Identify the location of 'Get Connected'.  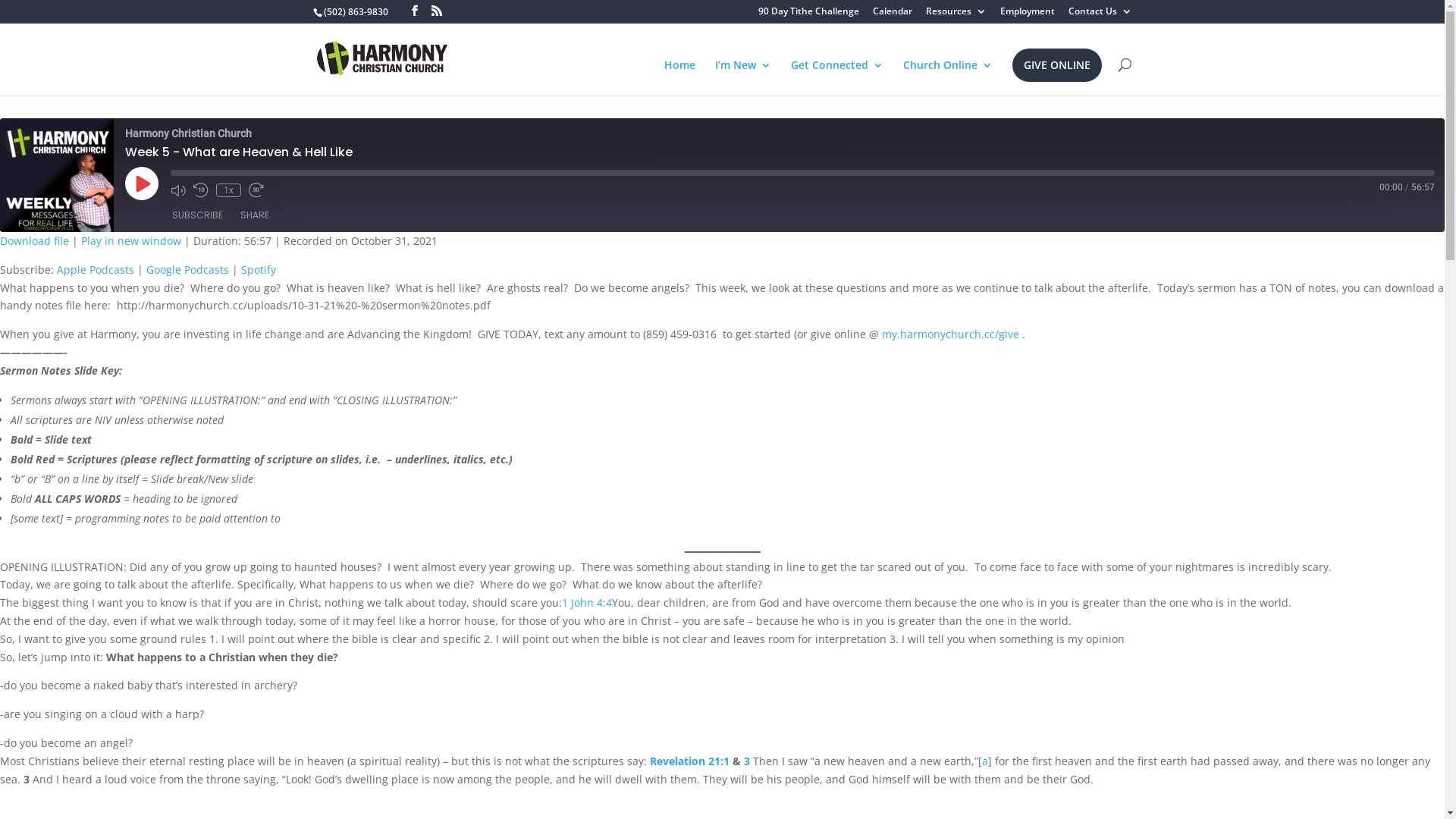
(836, 77).